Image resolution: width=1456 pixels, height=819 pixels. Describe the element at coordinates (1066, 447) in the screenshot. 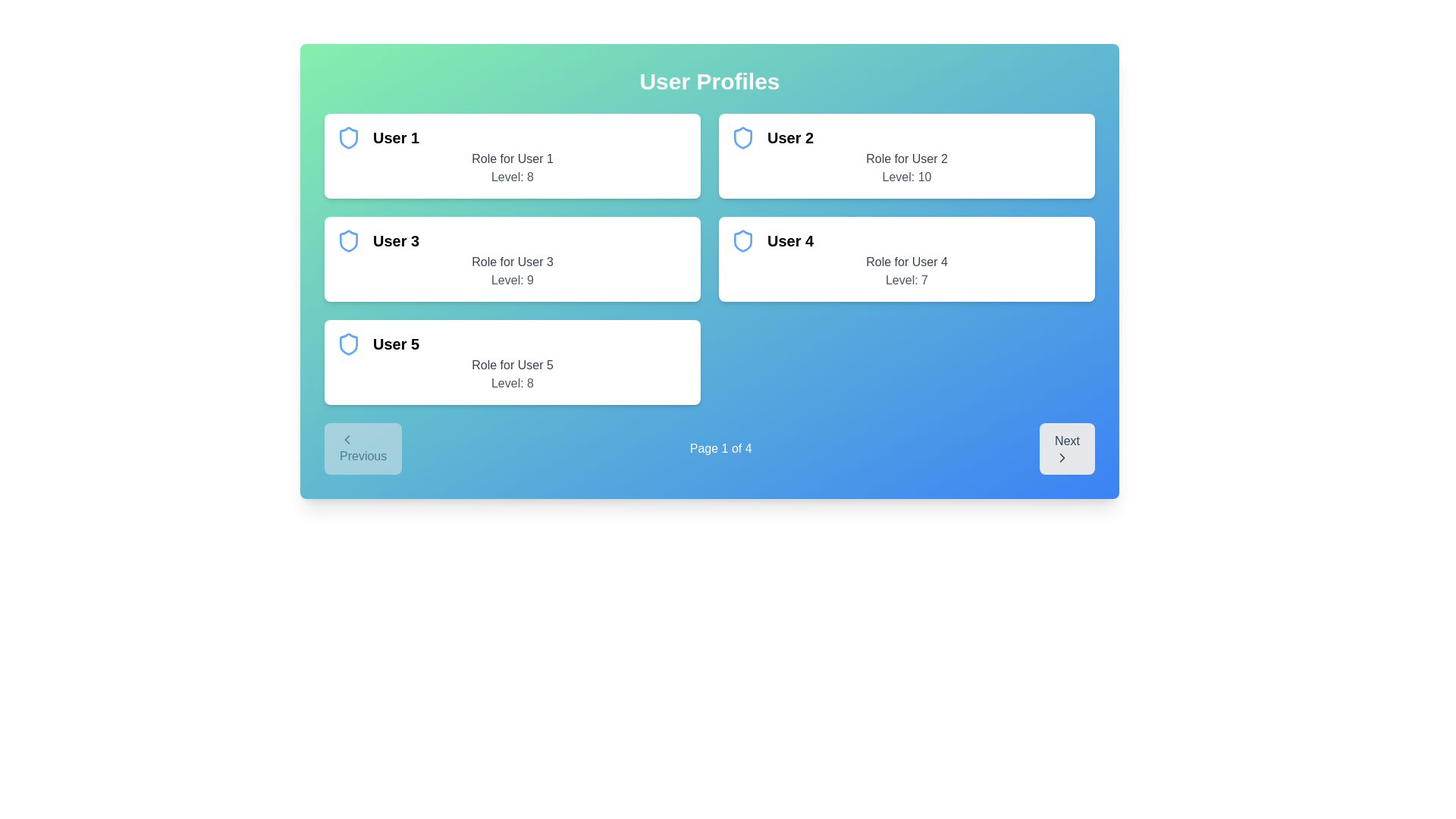

I see `the 'Next' button located in the bottom-right corner of the page` at that location.